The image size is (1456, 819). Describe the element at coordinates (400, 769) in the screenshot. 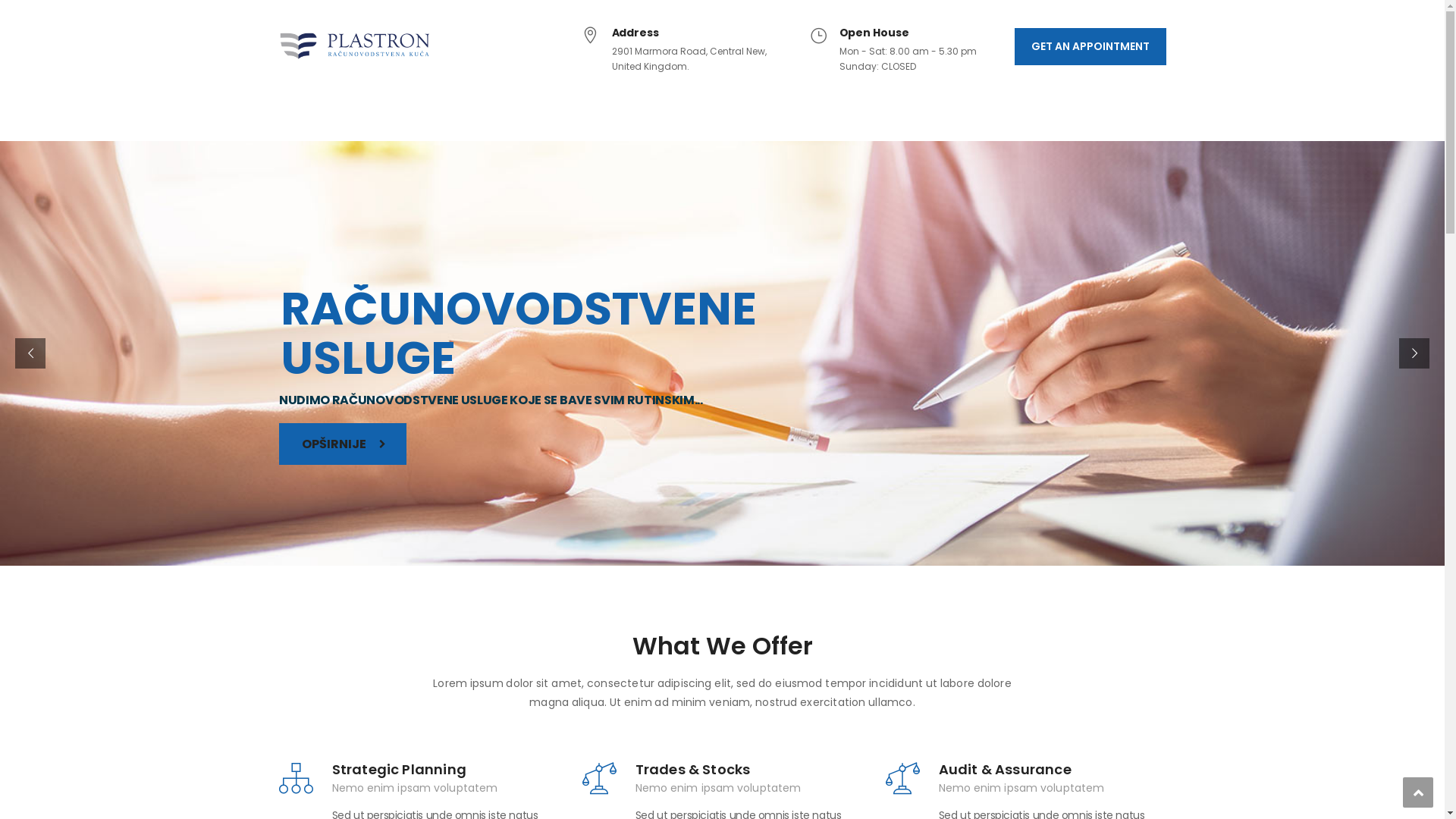

I see `'Strategic Planning'` at that location.